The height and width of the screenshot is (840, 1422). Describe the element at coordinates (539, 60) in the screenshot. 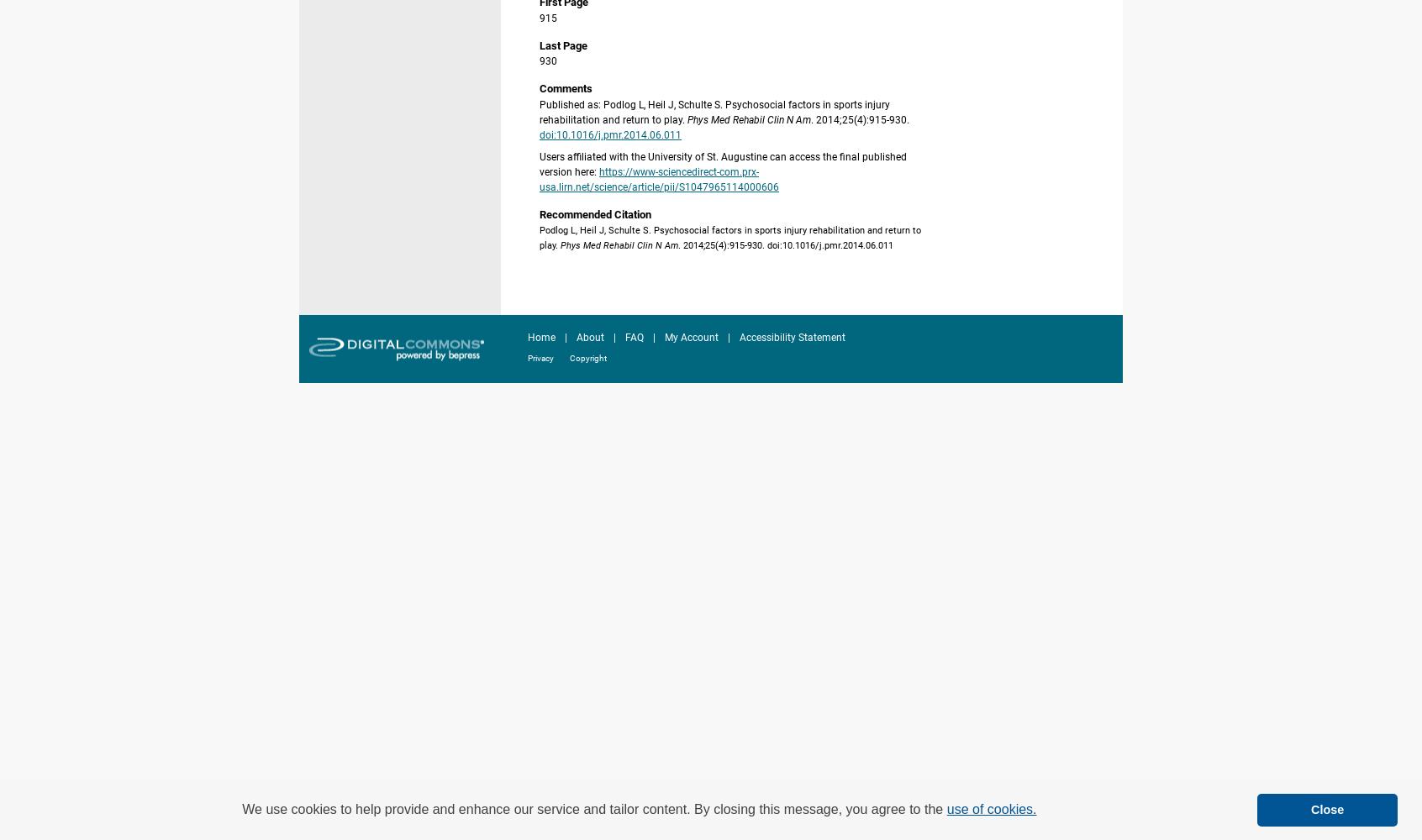

I see `'930'` at that location.